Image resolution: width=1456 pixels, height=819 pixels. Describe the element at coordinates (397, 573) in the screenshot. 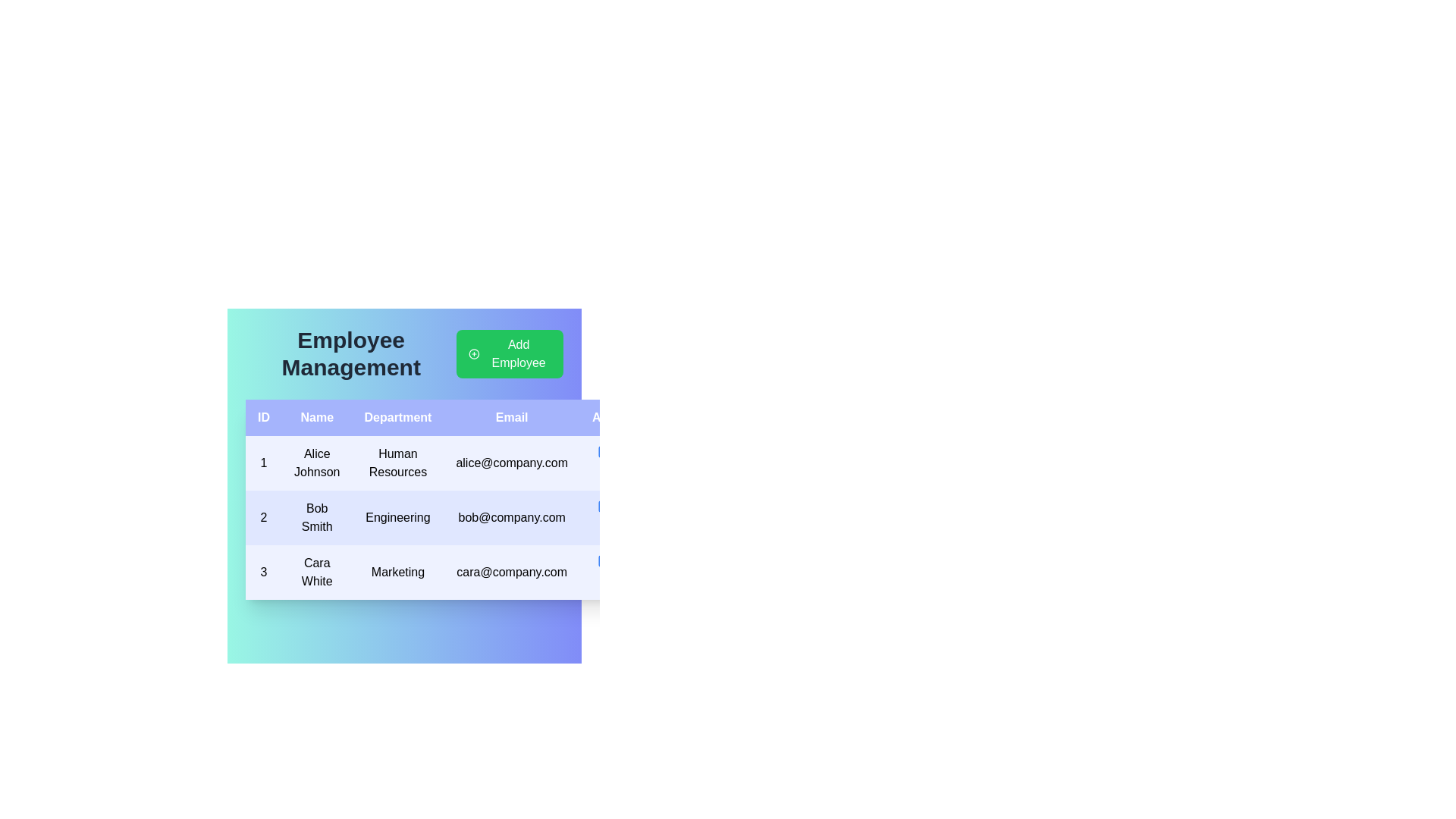

I see `the Static Text Label displaying 'Marketing', located in the third column of the last row under the 'Department' header in the employee table` at that location.